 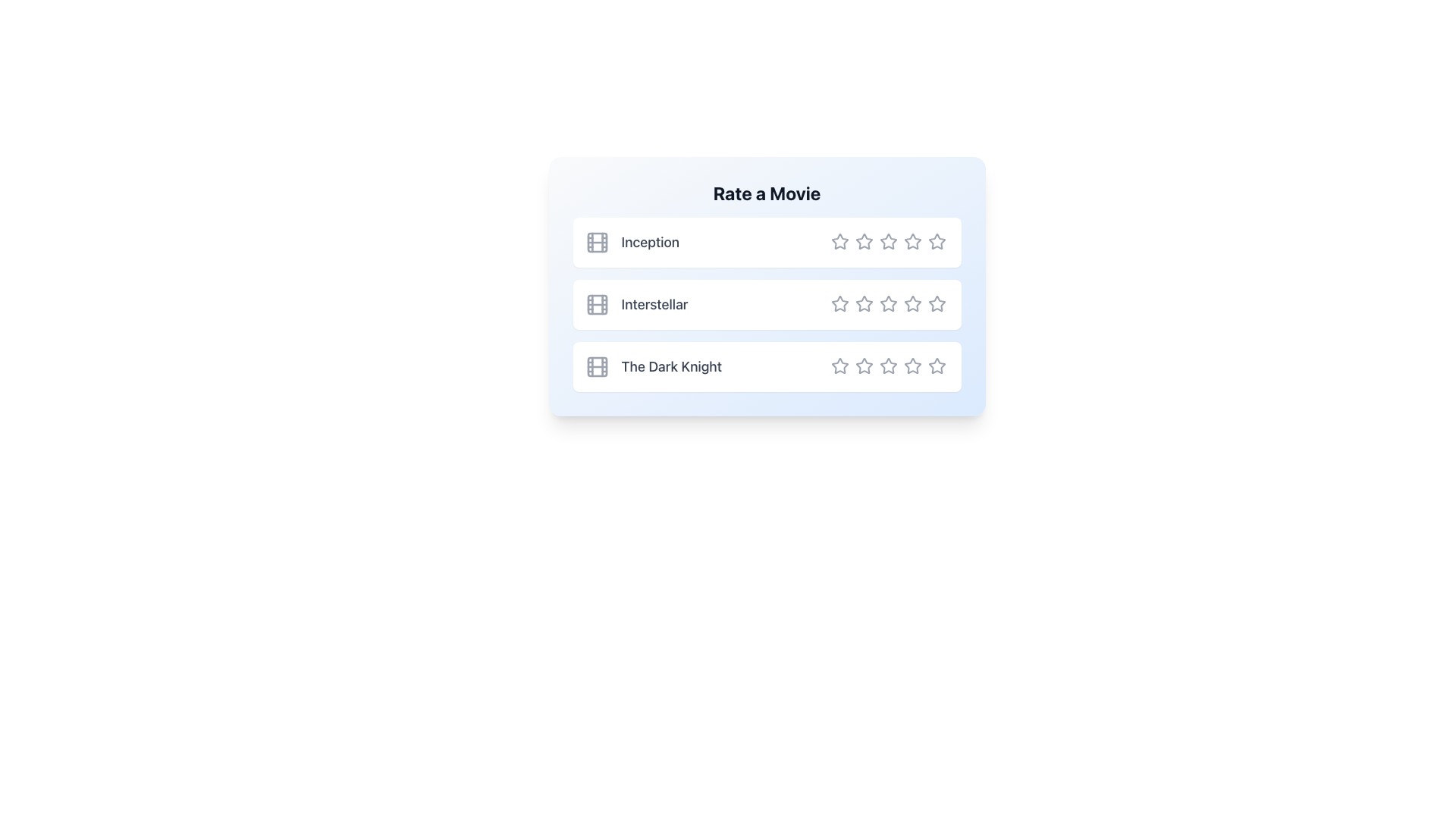 I want to click on the third star-shaped rating icon in the five-star rating system for 'The Dark Knight' to rate the movie, so click(x=888, y=366).